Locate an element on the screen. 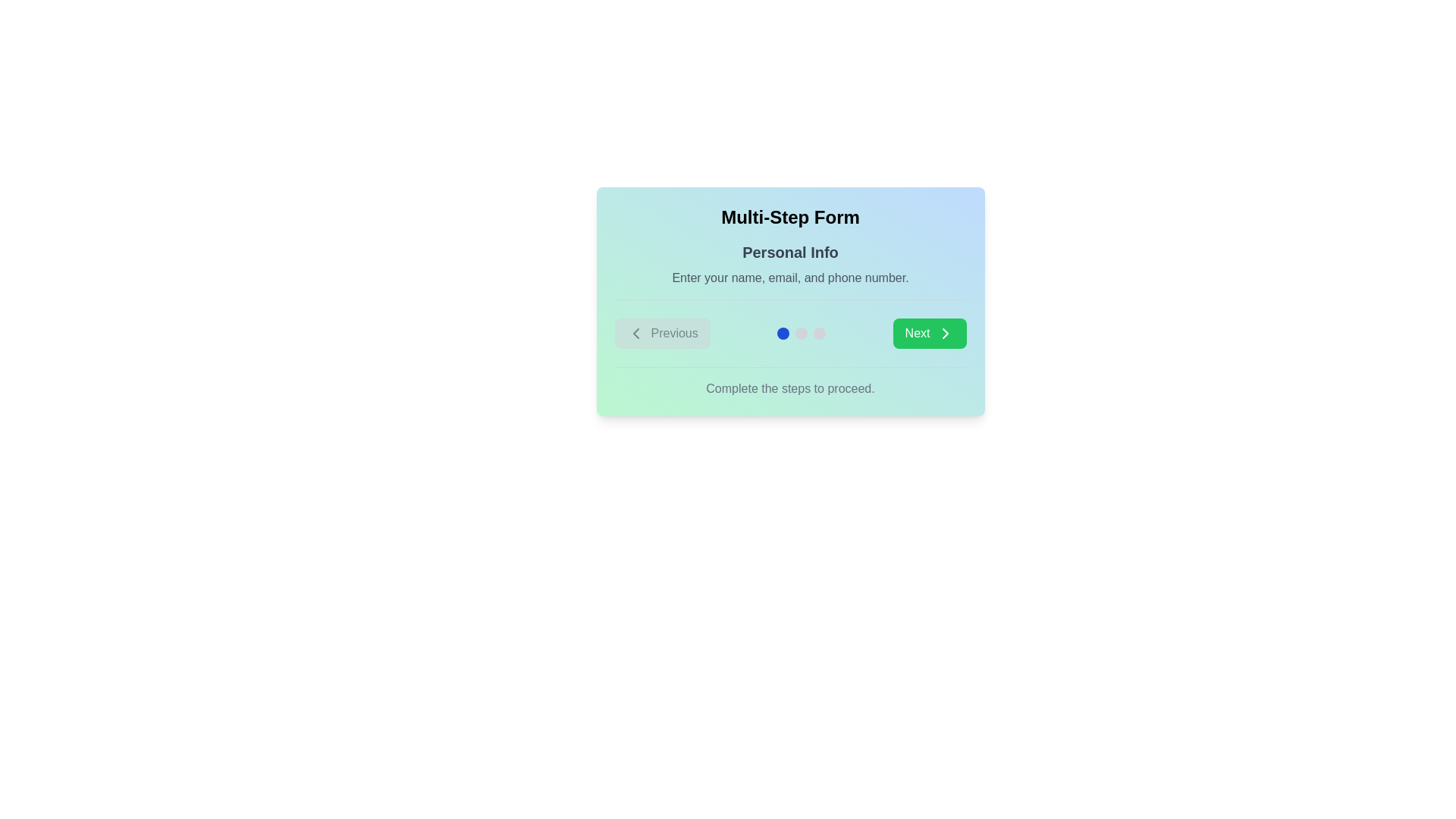 The width and height of the screenshot is (1456, 819). displayed text 'Complete the steps to proceed.' from the static text element, which is centrally aligned in a gray-colored font beneath the navigation panel is located at coordinates (789, 388).